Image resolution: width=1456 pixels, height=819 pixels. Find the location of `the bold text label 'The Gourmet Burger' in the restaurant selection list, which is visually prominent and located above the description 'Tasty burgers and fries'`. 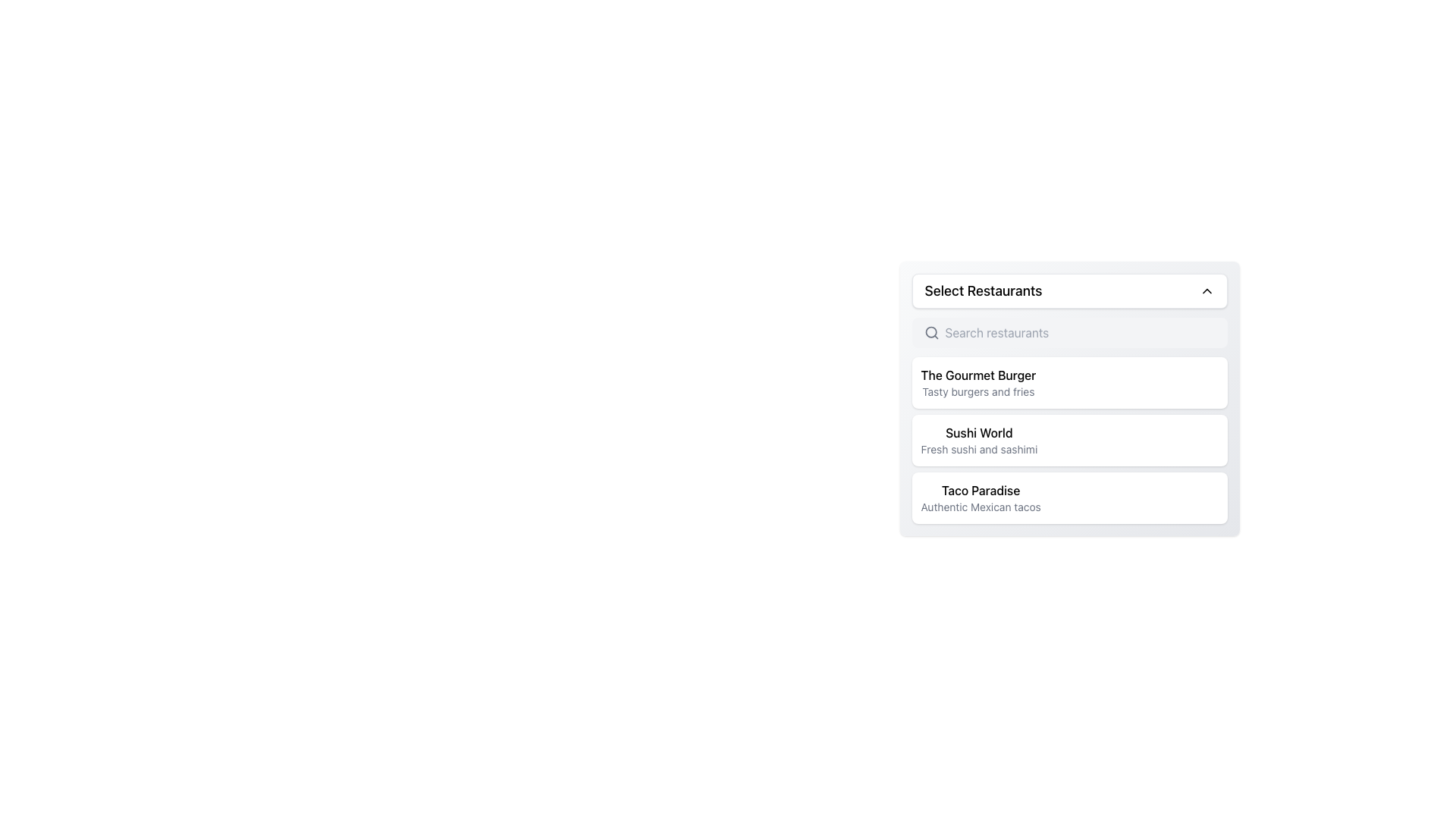

the bold text label 'The Gourmet Burger' in the restaurant selection list, which is visually prominent and located above the description 'Tasty burgers and fries' is located at coordinates (978, 375).